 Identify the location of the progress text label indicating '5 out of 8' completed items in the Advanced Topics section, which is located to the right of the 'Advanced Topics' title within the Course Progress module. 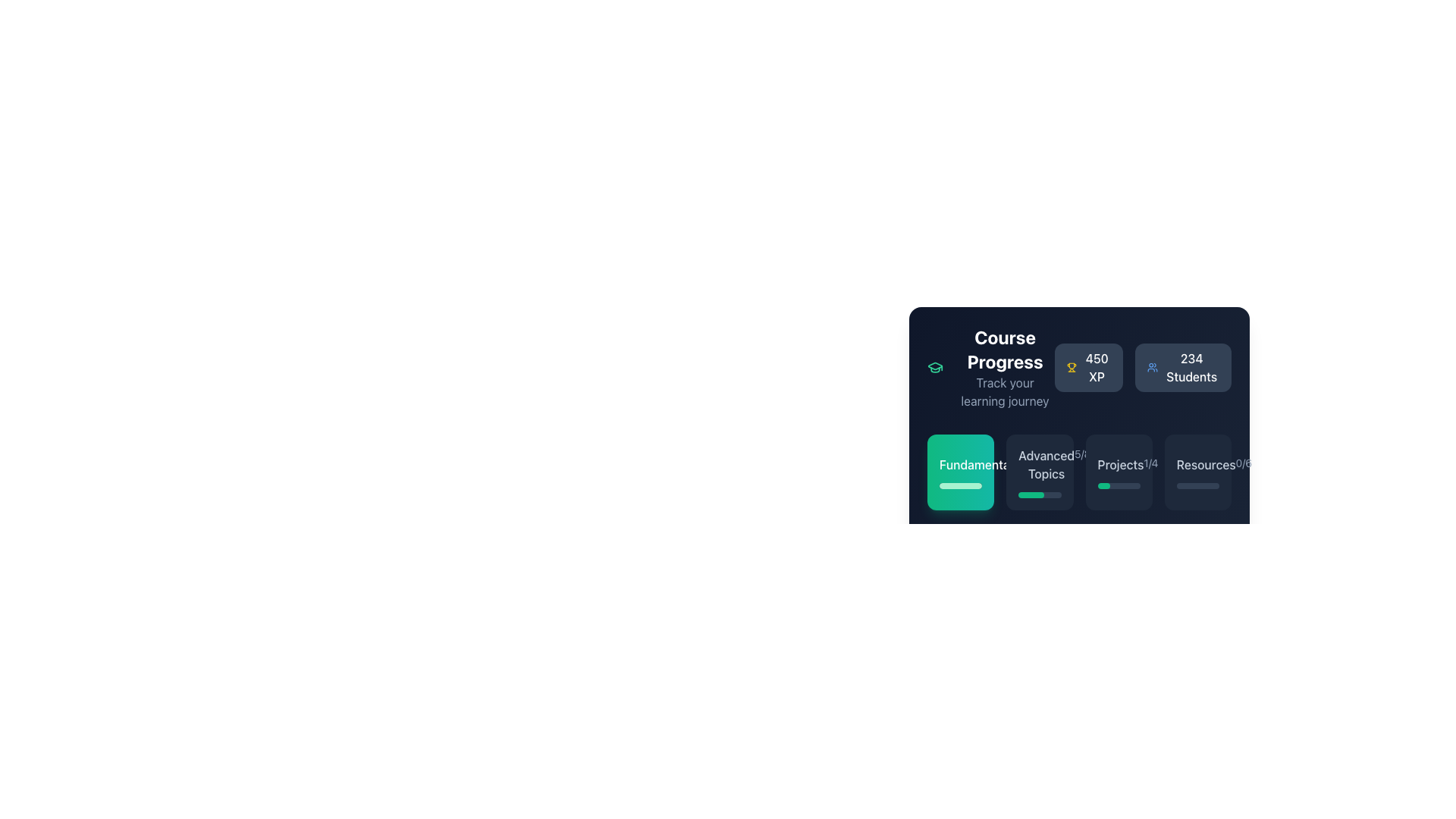
(1081, 453).